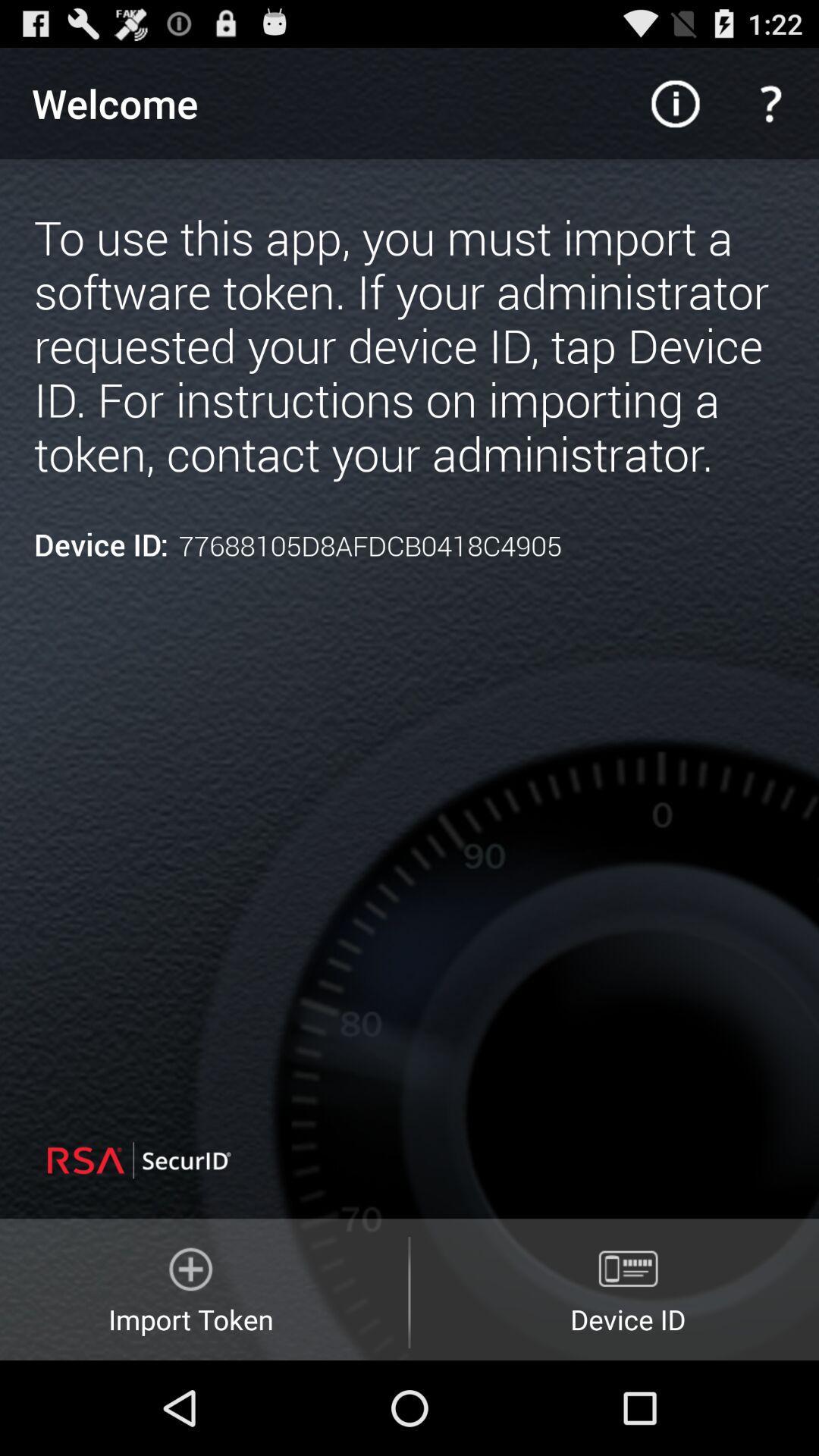 Image resolution: width=819 pixels, height=1456 pixels. Describe the element at coordinates (675, 103) in the screenshot. I see `the icon which is immediately left to the question mark icon` at that location.